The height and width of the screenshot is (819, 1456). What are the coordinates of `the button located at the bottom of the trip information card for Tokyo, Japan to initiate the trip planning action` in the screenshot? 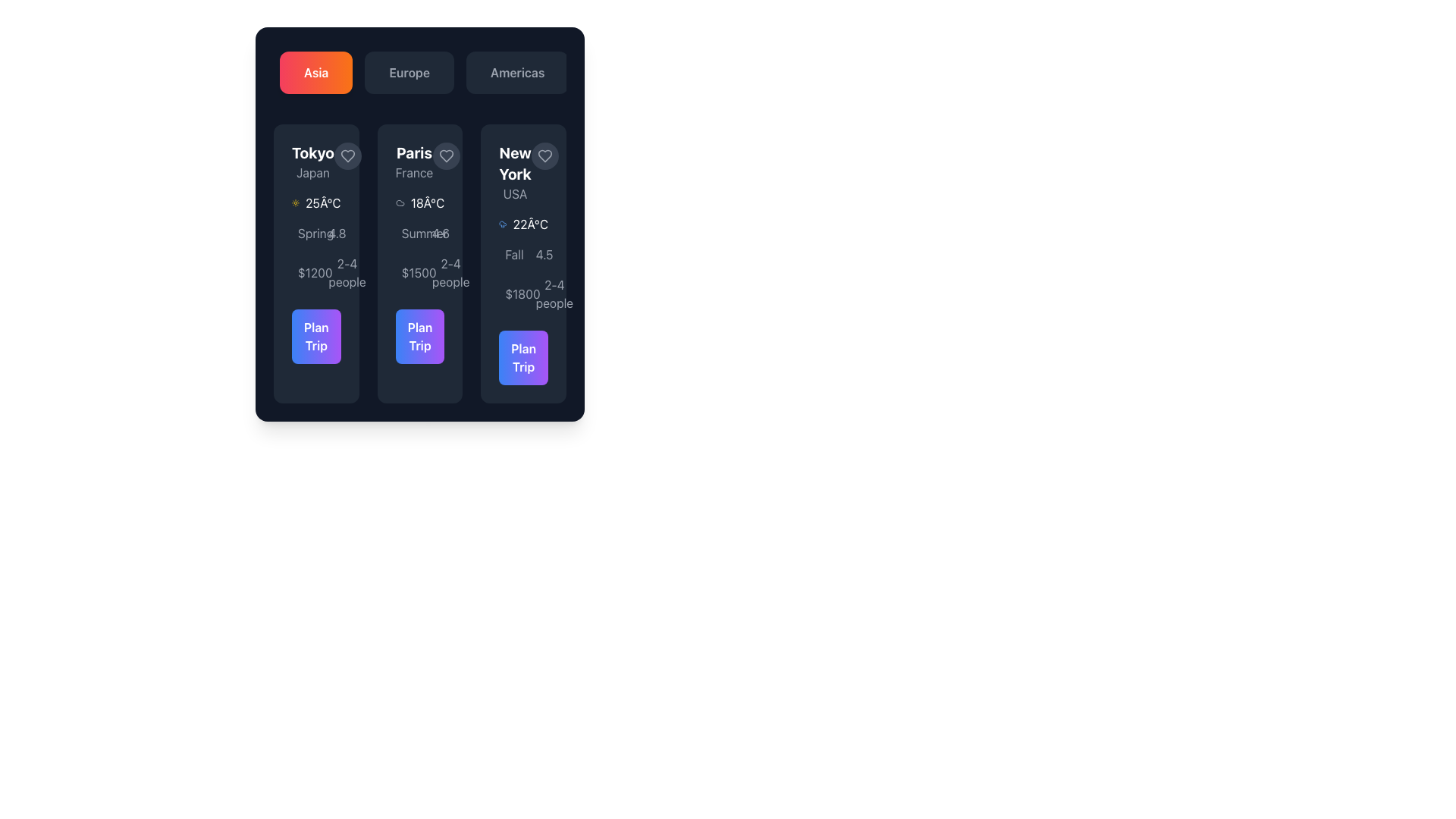 It's located at (315, 335).